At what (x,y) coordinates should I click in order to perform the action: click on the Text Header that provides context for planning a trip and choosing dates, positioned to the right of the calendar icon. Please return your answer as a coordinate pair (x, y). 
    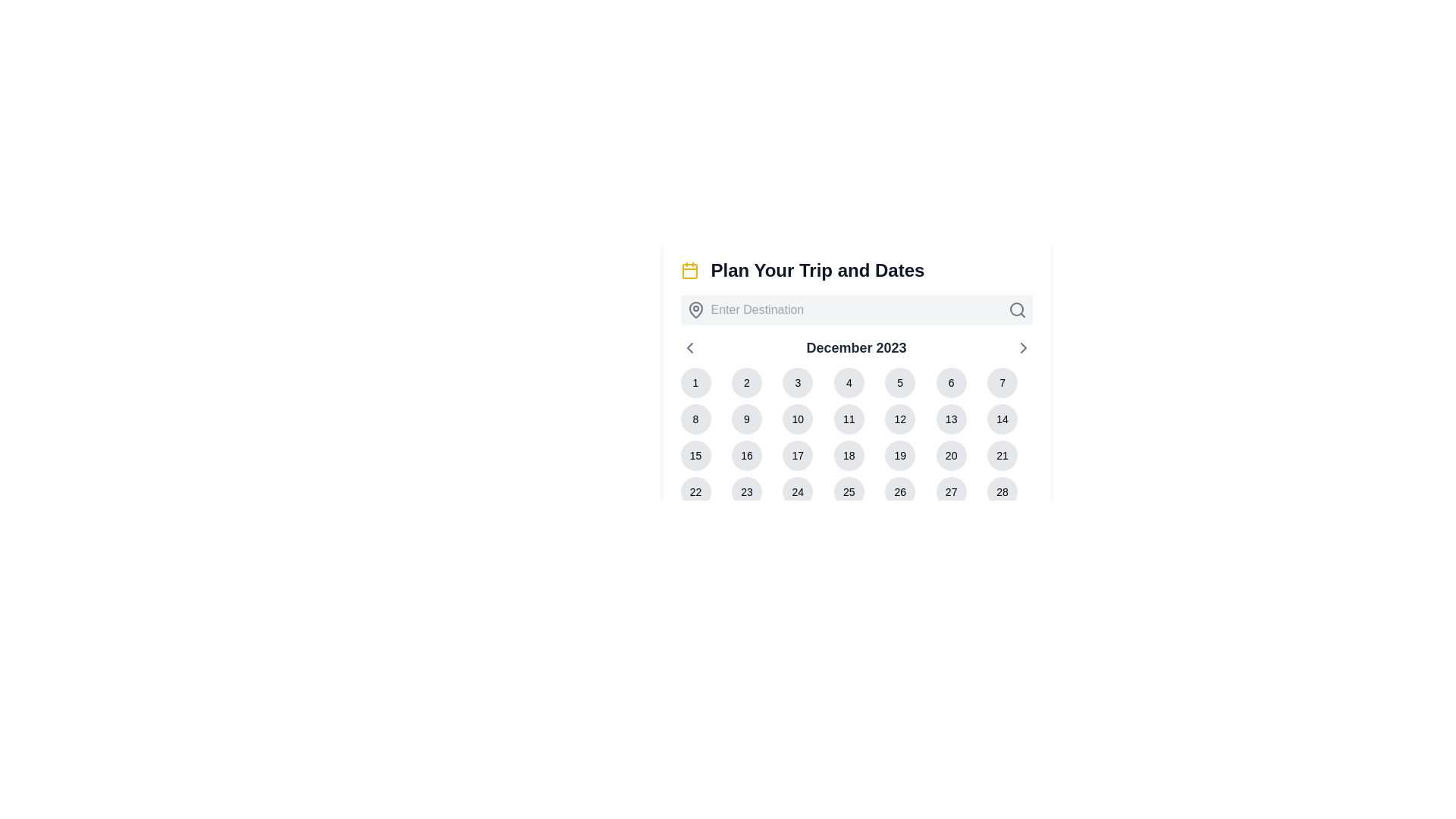
    Looking at the image, I should click on (817, 270).